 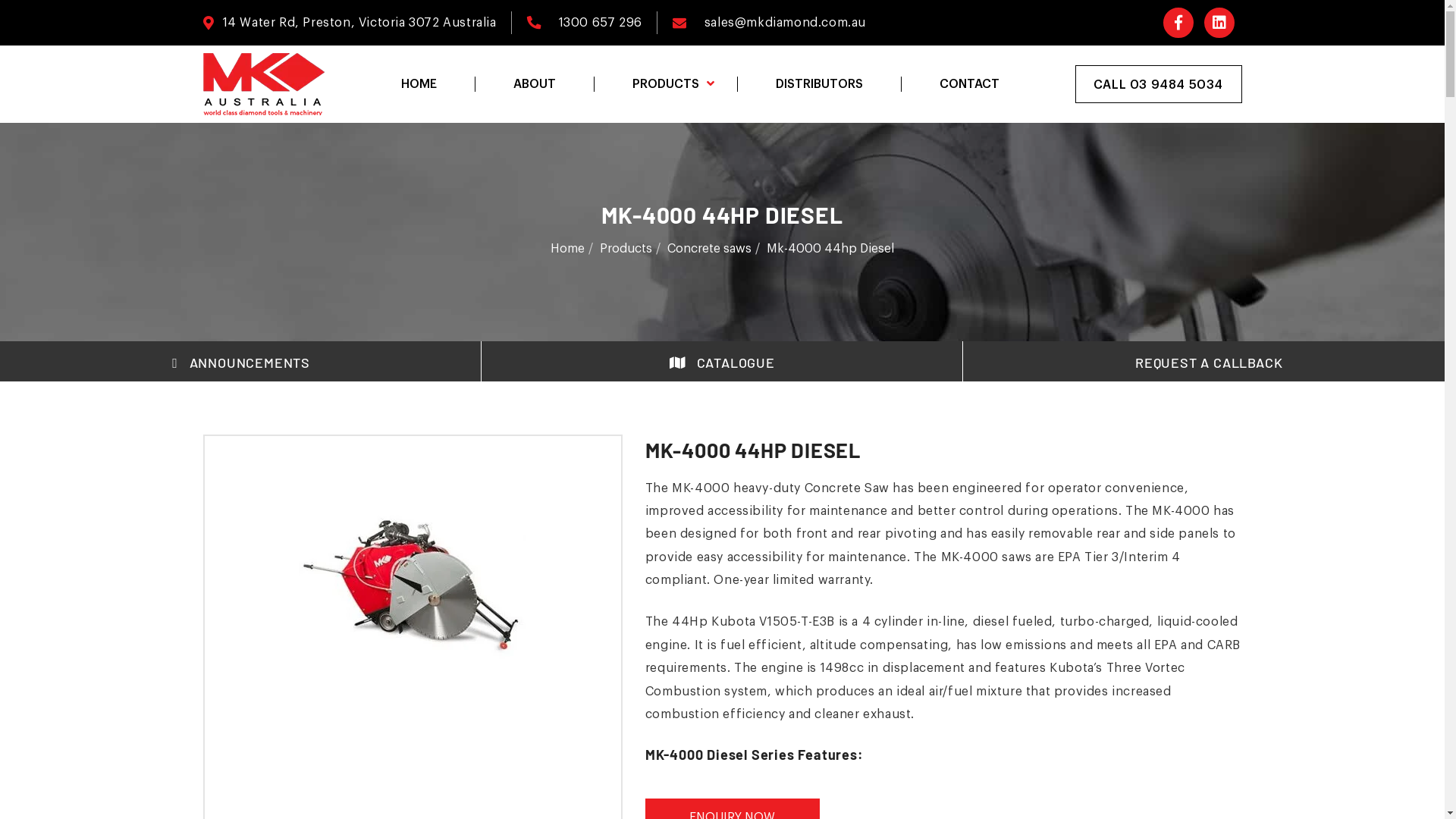 What do you see at coordinates (240, 362) in the screenshot?
I see `'ANNOUNCEMENTS'` at bounding box center [240, 362].